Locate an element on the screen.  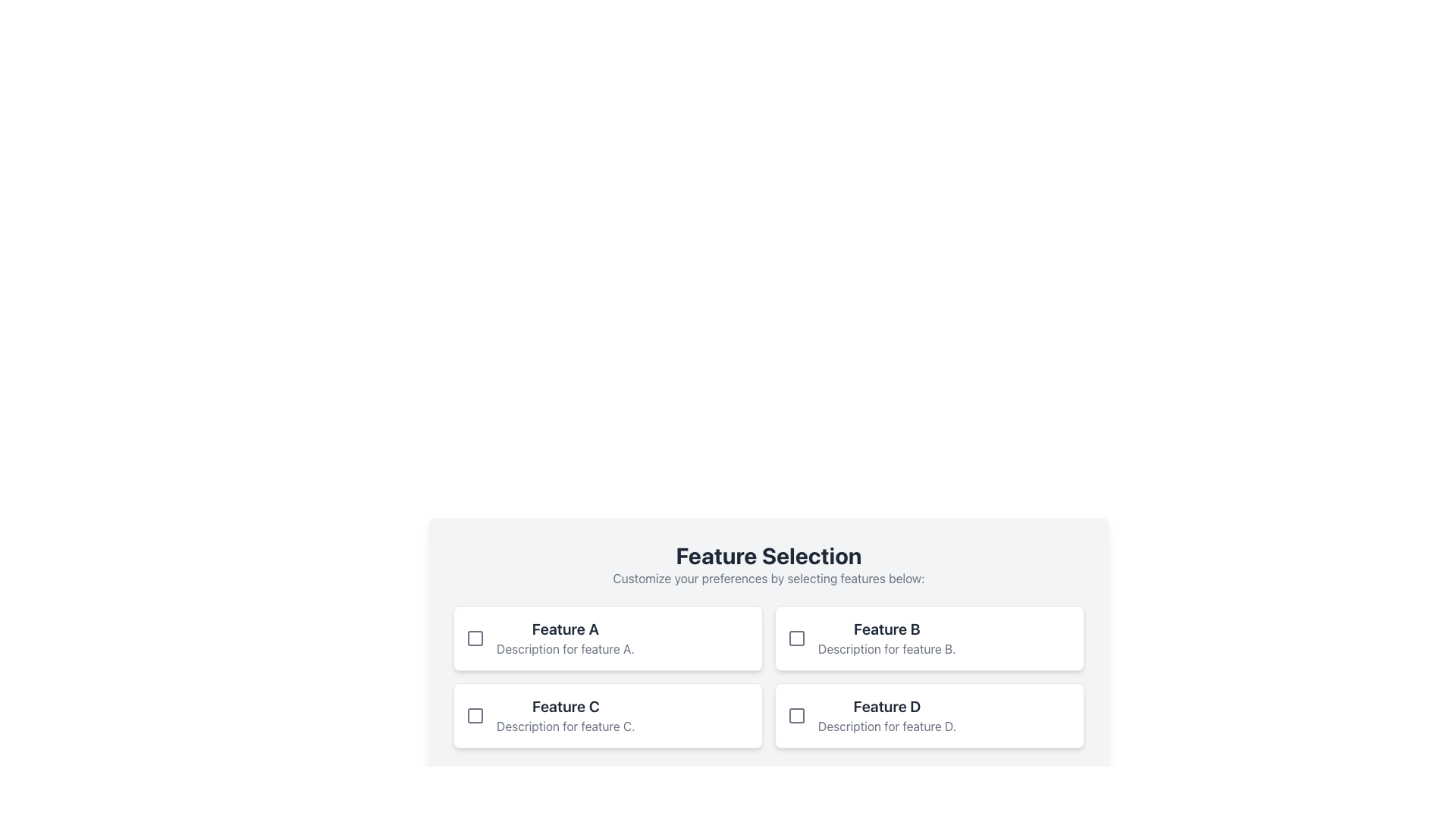
the interactive checkbox for the 'Feature C' option is located at coordinates (475, 716).